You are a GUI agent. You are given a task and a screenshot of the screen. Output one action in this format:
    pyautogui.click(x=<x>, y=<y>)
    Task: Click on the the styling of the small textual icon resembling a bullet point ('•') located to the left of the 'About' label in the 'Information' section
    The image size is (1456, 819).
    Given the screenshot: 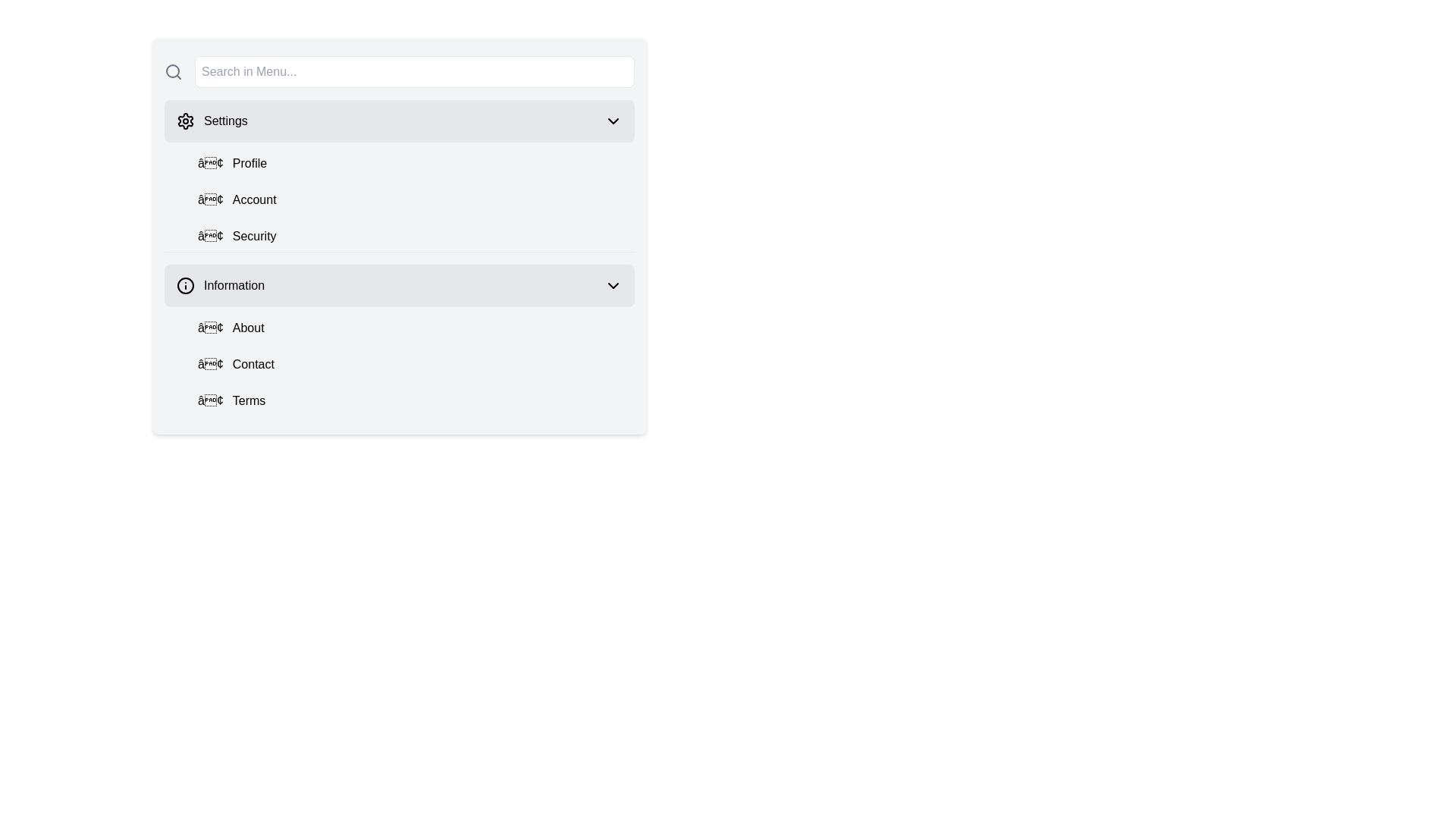 What is the action you would take?
    pyautogui.click(x=209, y=327)
    